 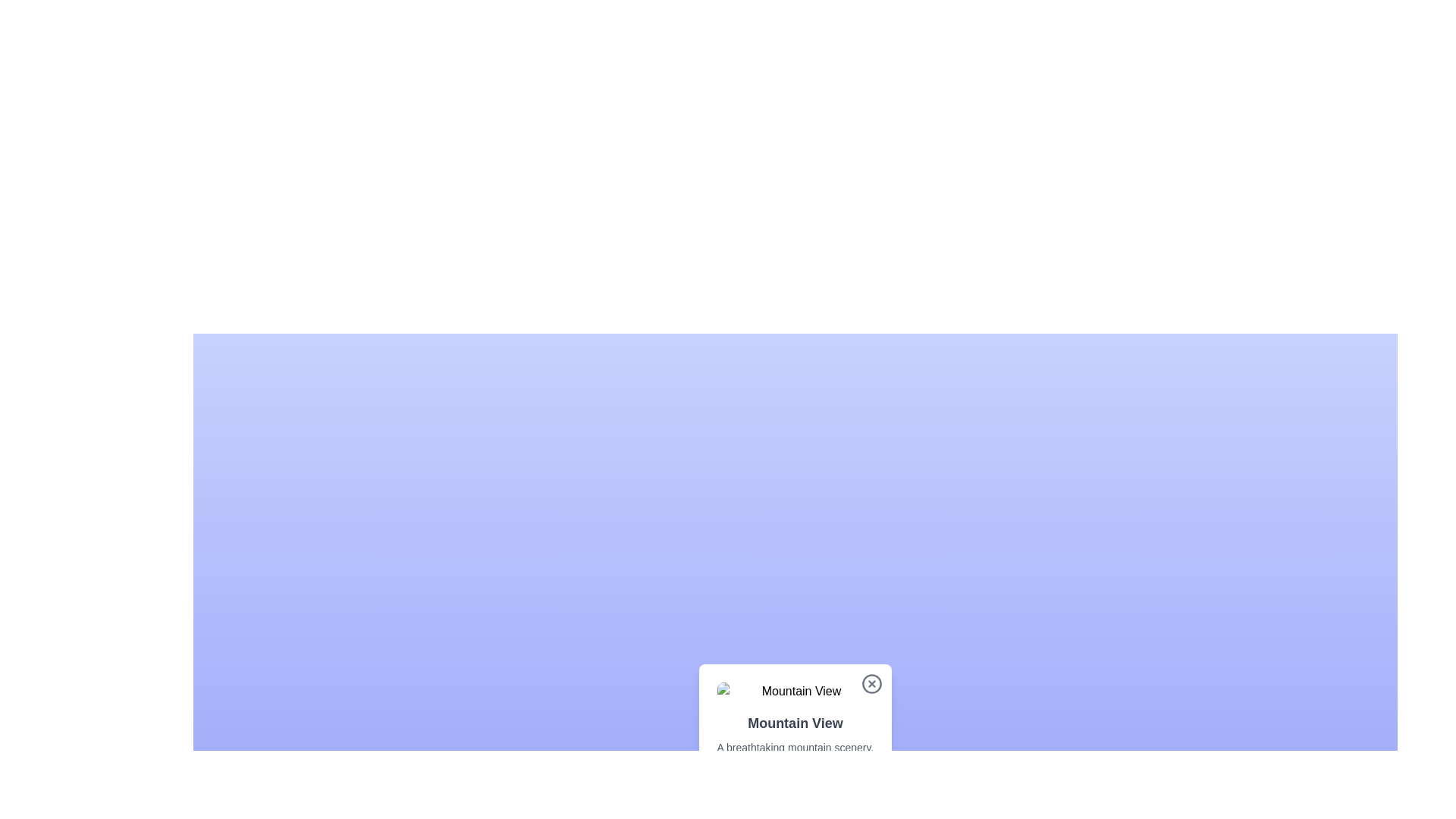 I want to click on the close button located at the top-right corner of the card displaying 'Mountain View', so click(x=872, y=684).